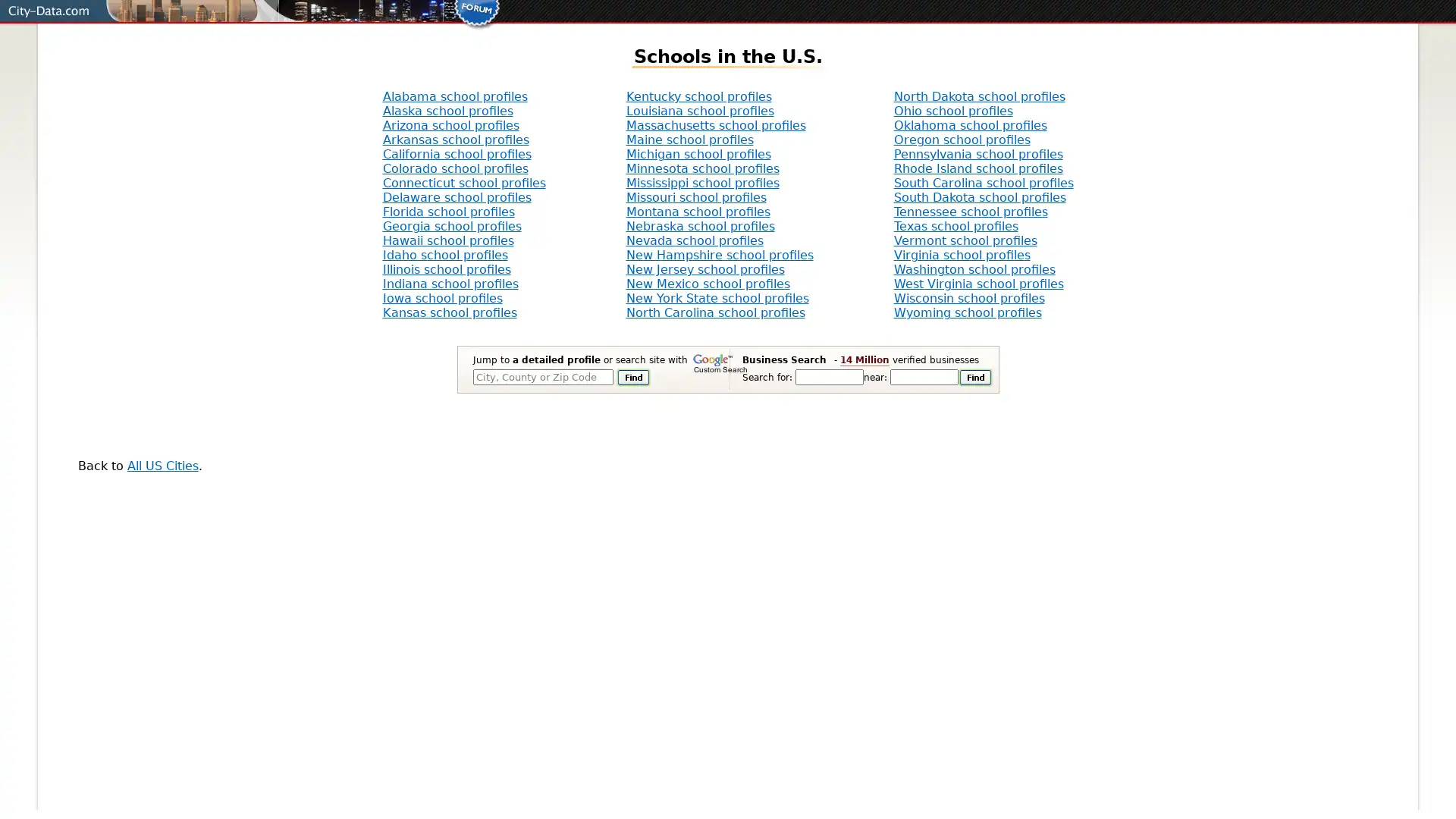 This screenshot has width=1456, height=819. I want to click on Find It, so click(974, 376).